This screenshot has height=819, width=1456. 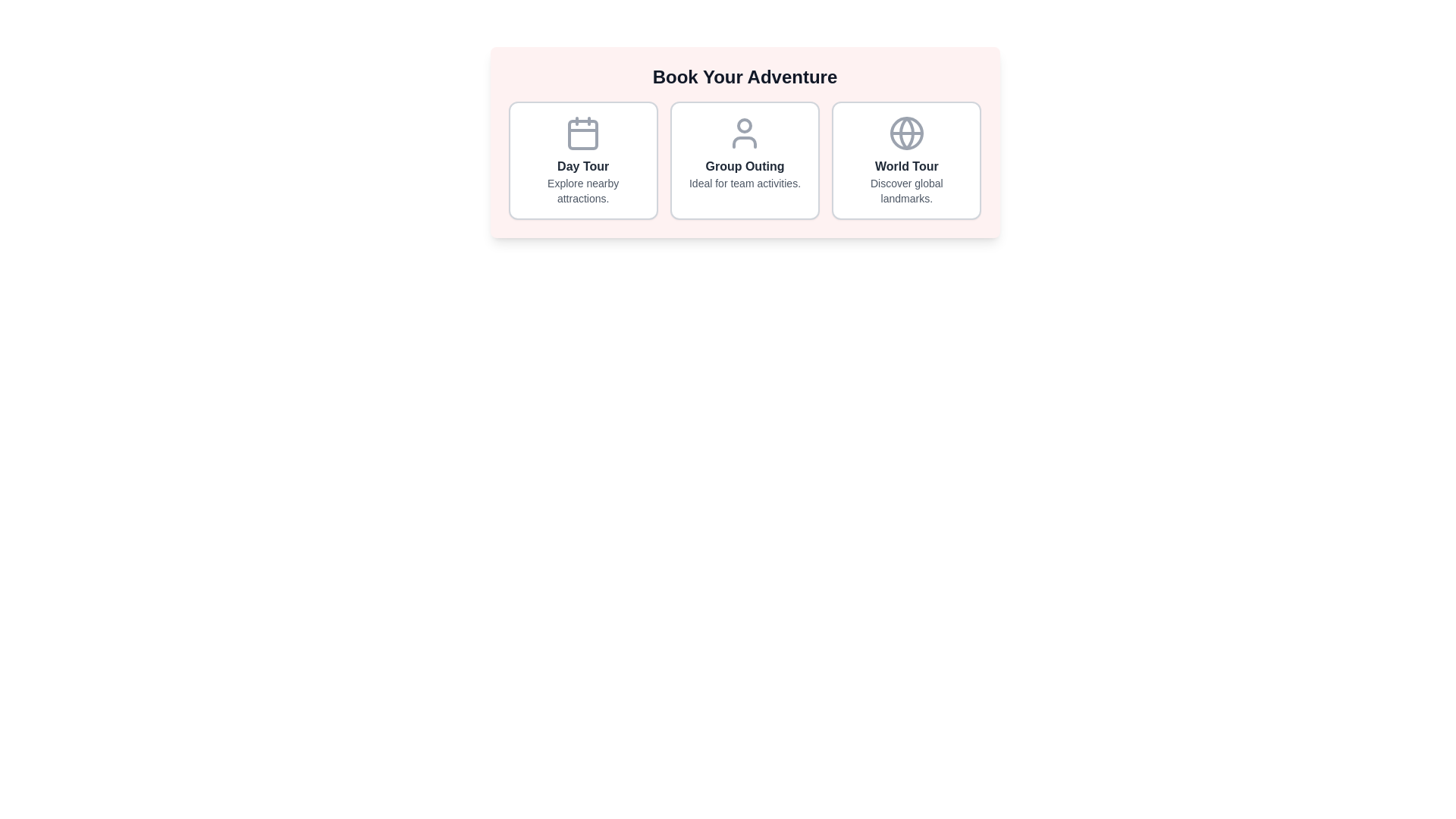 What do you see at coordinates (745, 183) in the screenshot?
I see `the text label displaying 'Ideal for team activities.' located beneath the title 'Group Outing' in the middle column of a three-column layout` at bounding box center [745, 183].